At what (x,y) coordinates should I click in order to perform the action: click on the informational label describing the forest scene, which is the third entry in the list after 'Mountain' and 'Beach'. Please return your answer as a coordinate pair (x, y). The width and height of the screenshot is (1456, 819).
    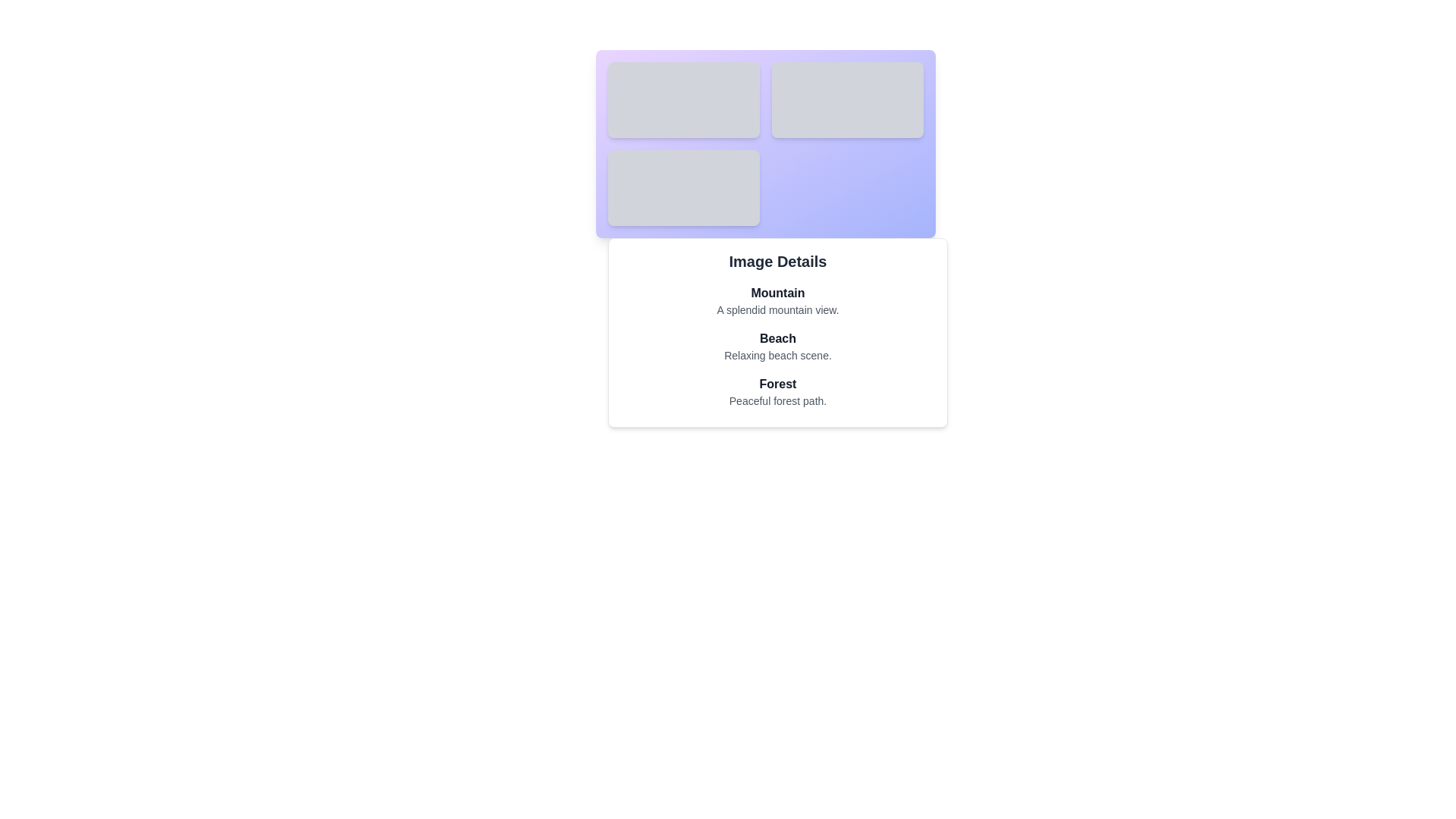
    Looking at the image, I should click on (778, 391).